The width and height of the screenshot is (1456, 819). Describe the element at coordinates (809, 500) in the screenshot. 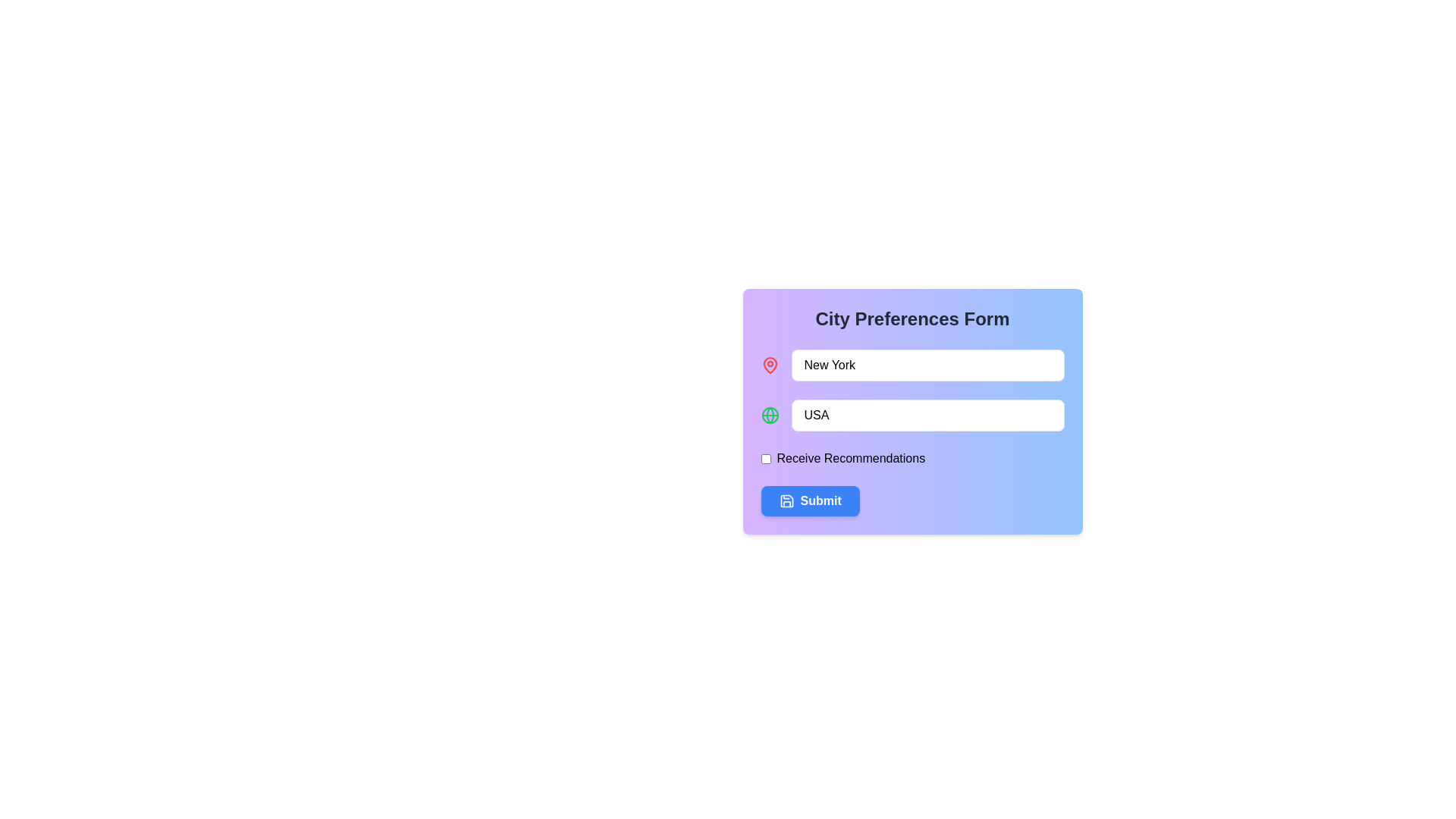

I see `the 'Submit' button, which is a rectangular button with rounded corners, a blue background, and bold white text` at that location.